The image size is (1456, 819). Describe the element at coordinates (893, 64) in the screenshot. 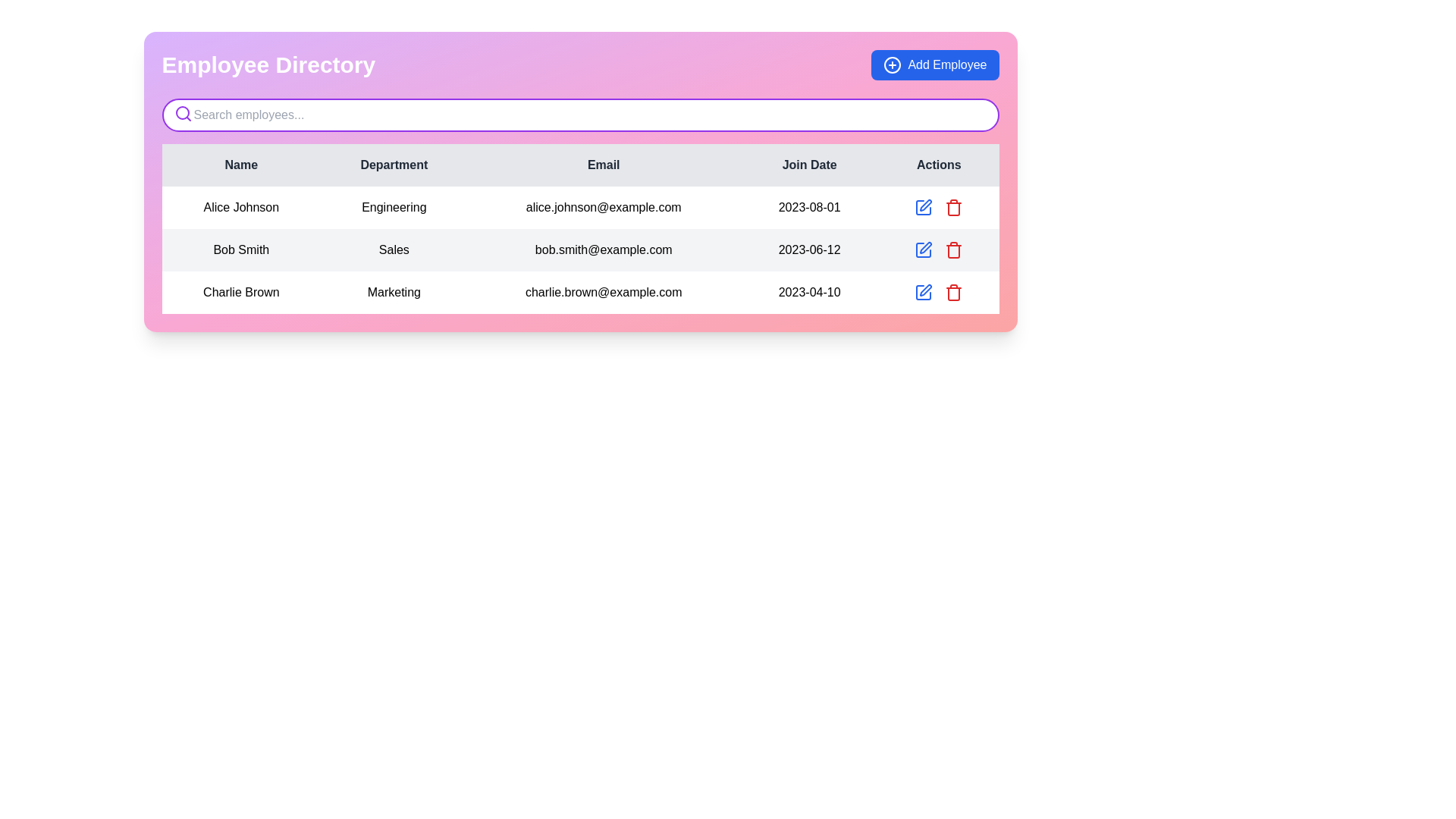

I see `the 'Add Employee' icon located in the button at the top-right corner of the interface` at that location.